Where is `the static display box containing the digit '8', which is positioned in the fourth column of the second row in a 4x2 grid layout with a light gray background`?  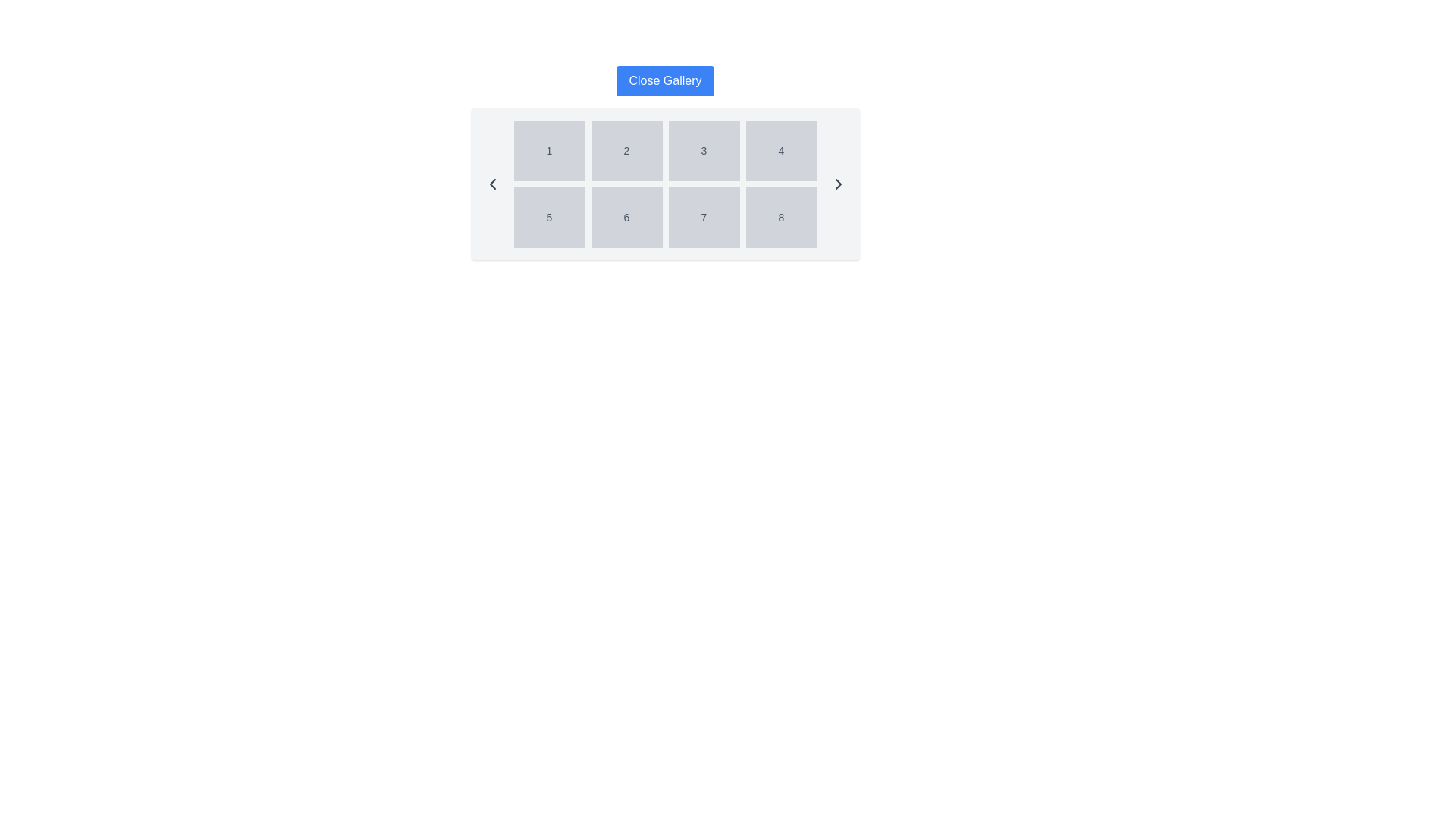 the static display box containing the digit '8', which is positioned in the fourth column of the second row in a 4x2 grid layout with a light gray background is located at coordinates (781, 217).